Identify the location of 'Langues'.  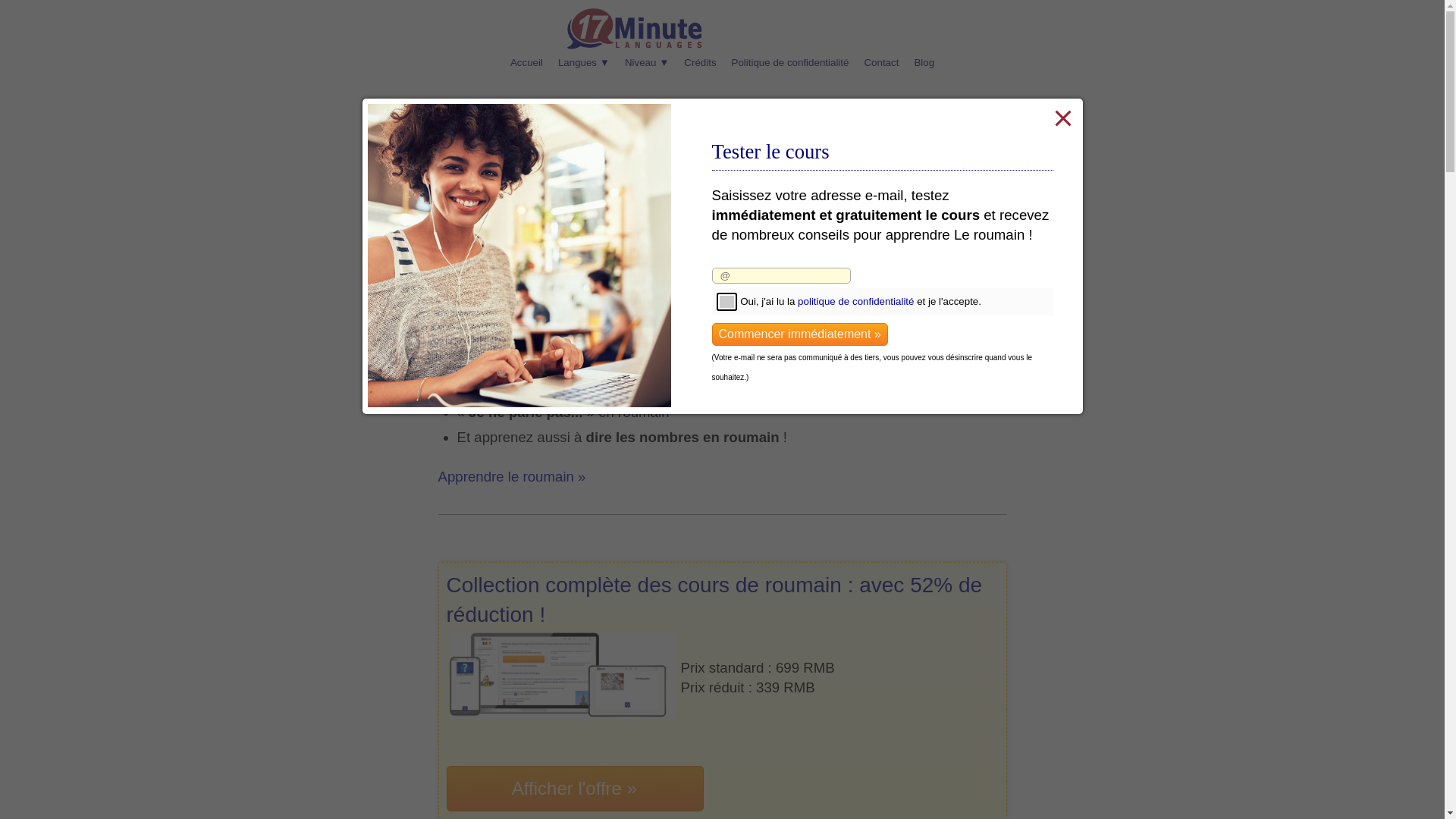
(582, 62).